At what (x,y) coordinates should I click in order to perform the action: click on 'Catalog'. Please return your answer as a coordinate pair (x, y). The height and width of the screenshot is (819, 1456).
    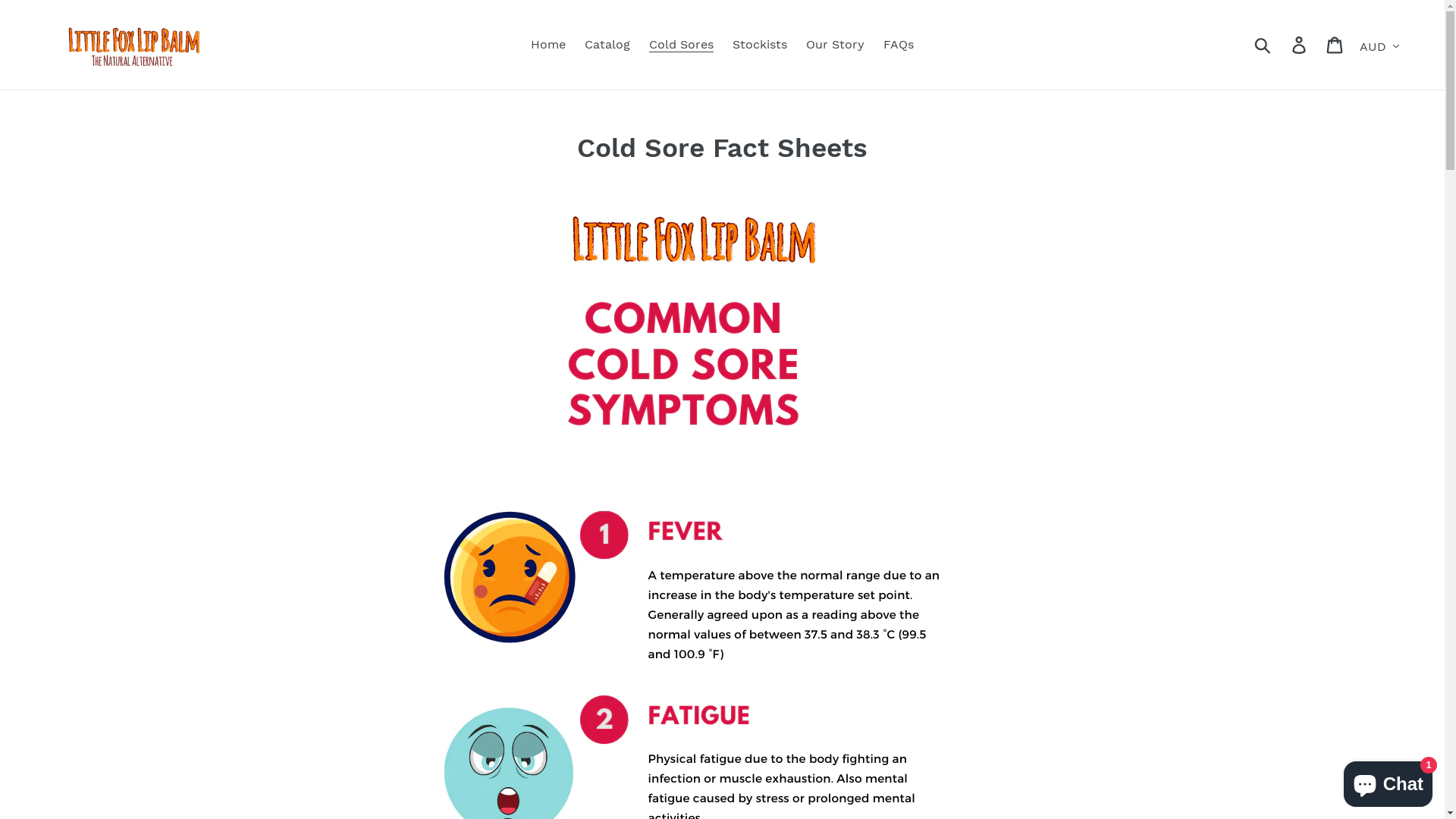
    Looking at the image, I should click on (607, 43).